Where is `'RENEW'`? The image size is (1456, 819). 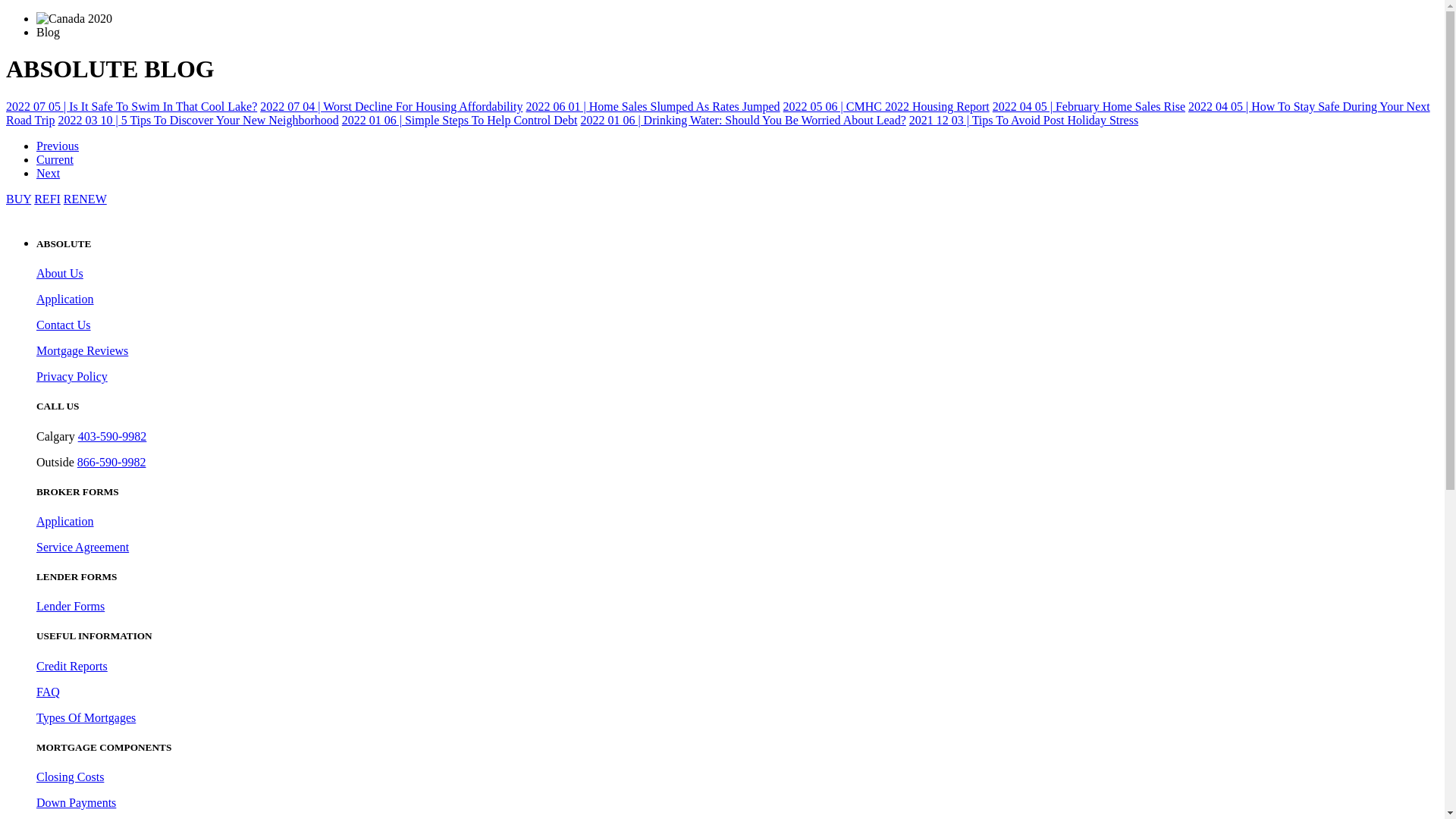
'RENEW' is located at coordinates (84, 198).